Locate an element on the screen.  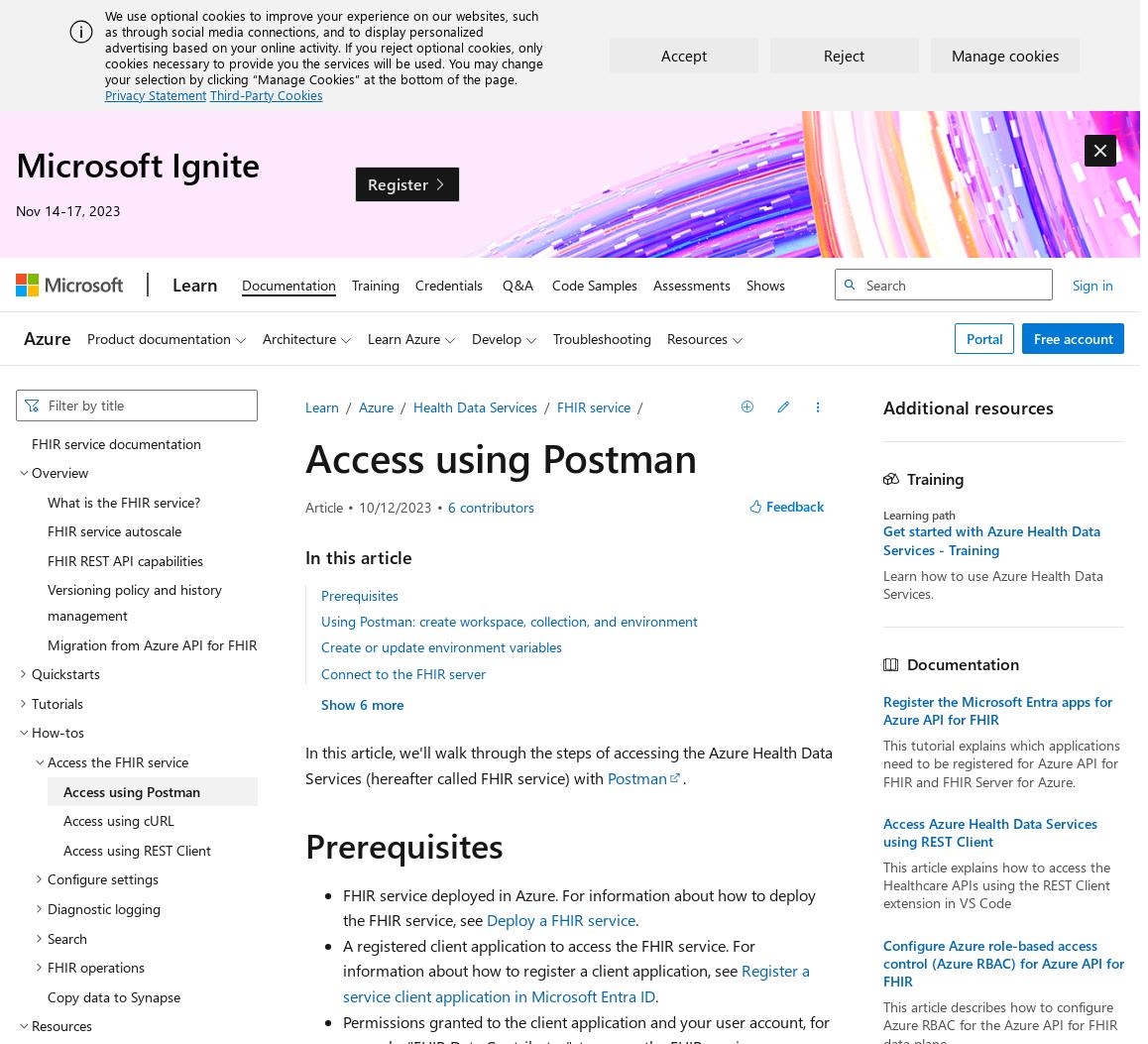
'6 contributors' is located at coordinates (489, 506).